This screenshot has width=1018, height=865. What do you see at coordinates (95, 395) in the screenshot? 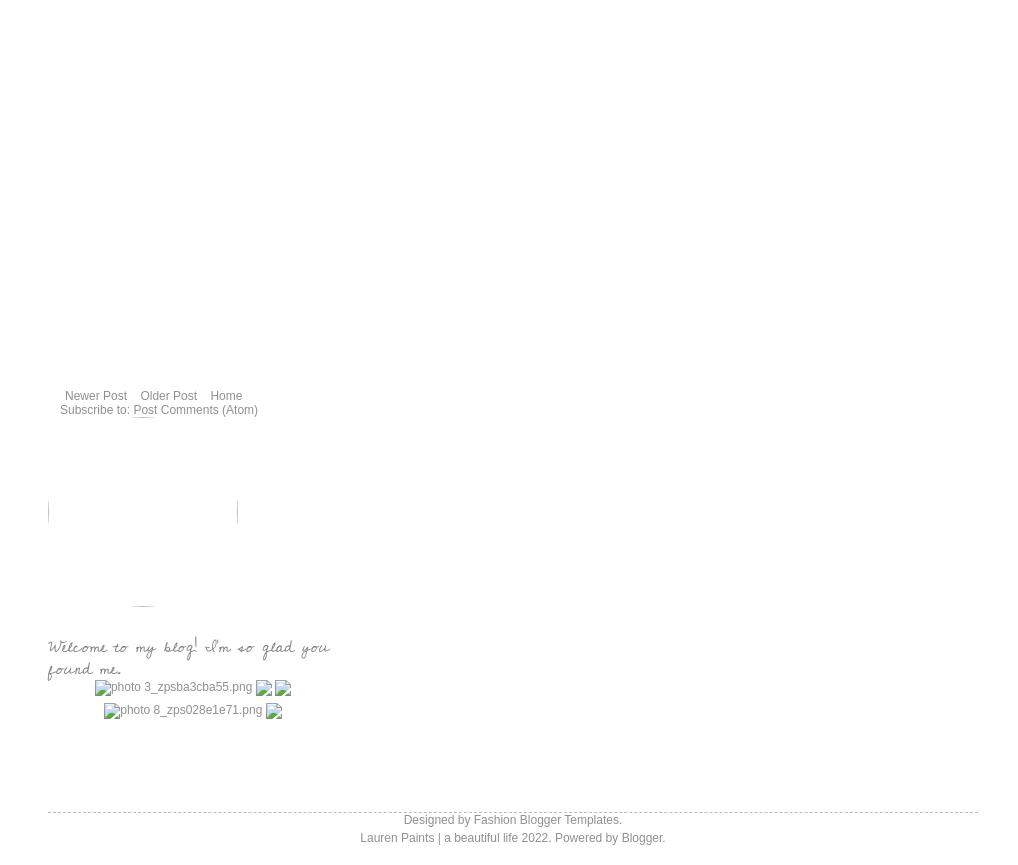
I see `'Newer Post'` at bounding box center [95, 395].